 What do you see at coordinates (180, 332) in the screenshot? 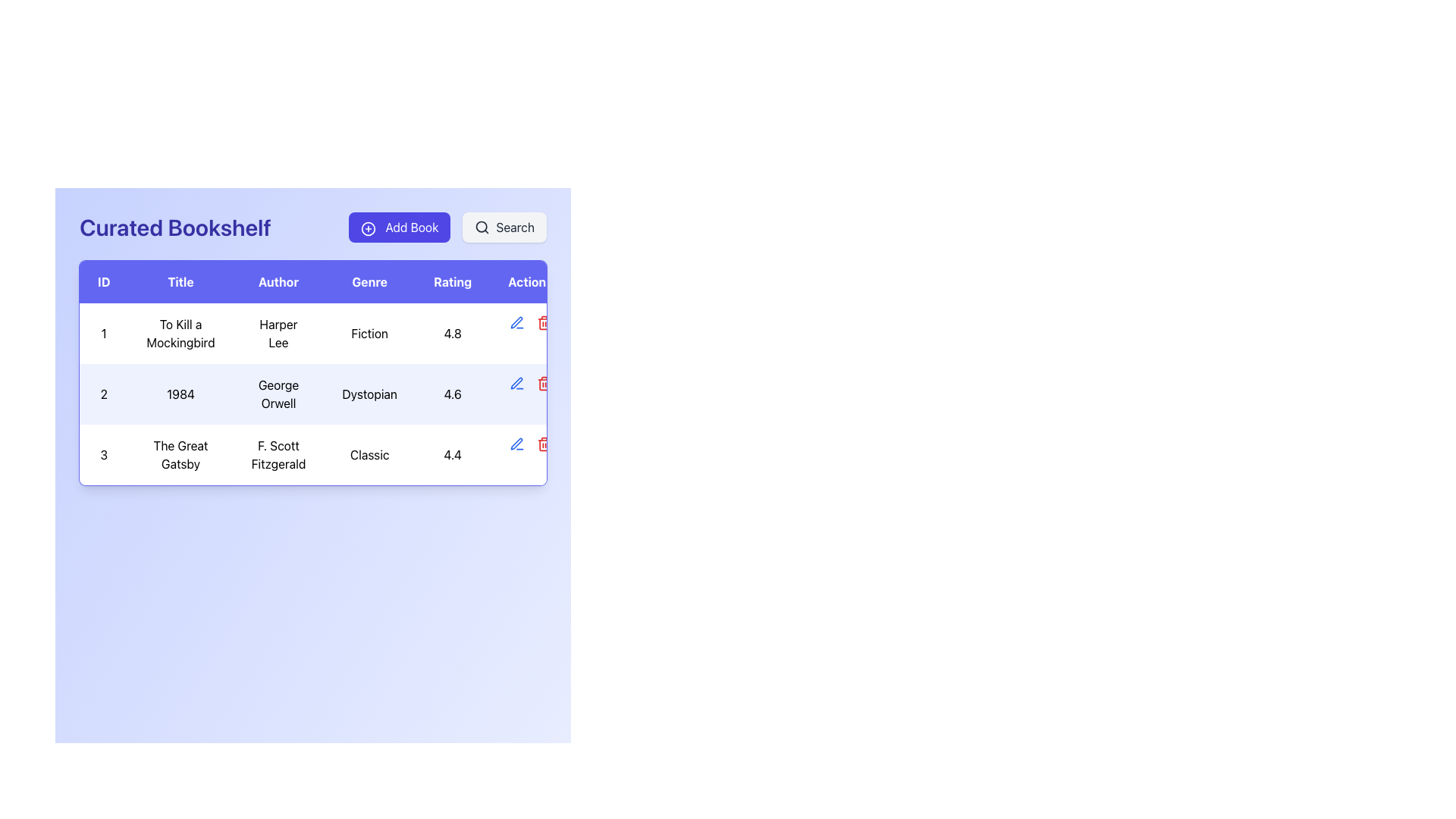
I see `the 'To Kill a Mockingbird' text label located in the 'Title' cell of the first row in the tabular grid` at bounding box center [180, 332].